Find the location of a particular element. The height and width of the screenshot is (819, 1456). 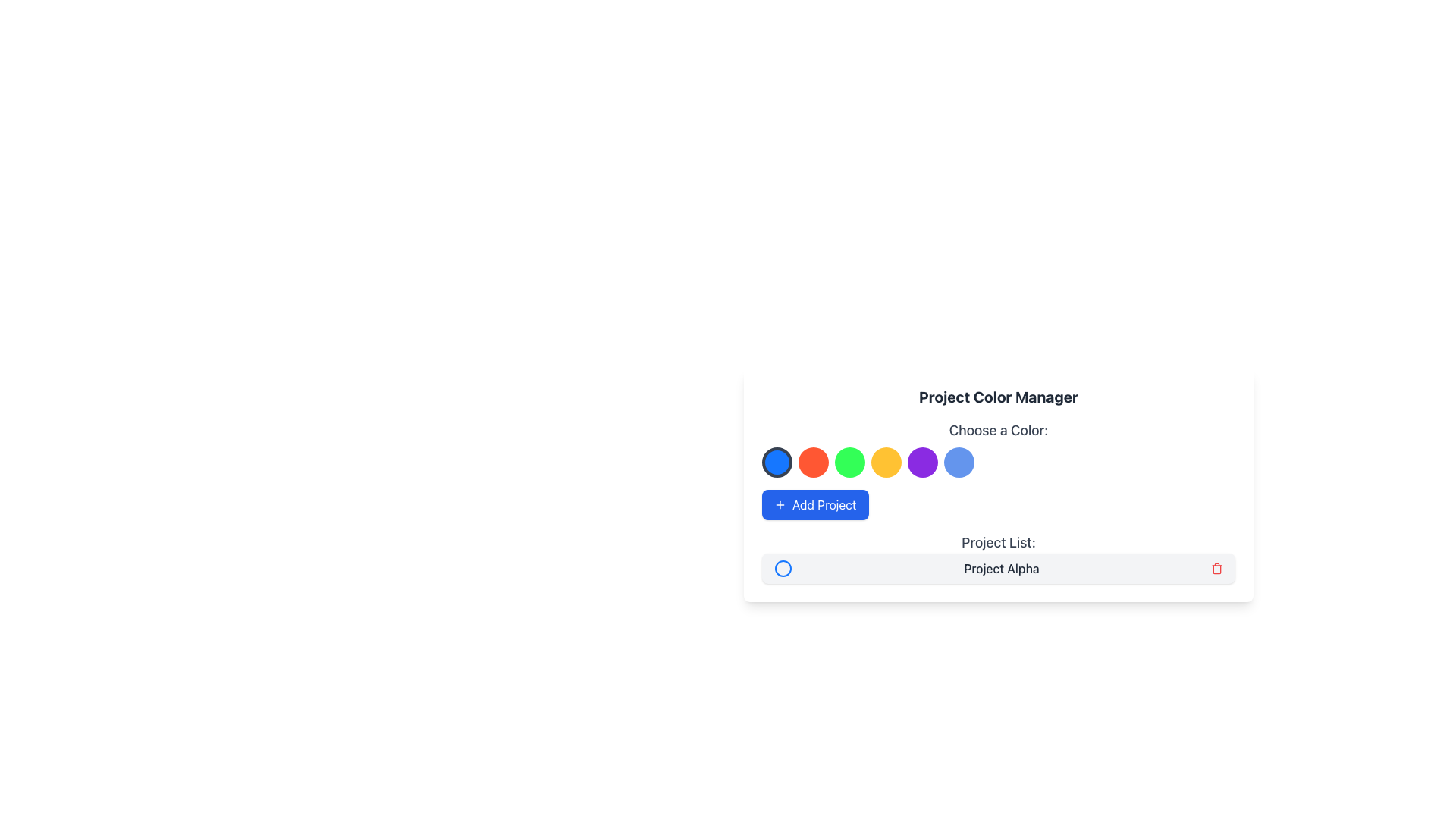

the SVG circle element that serves as a visual indicator, located before the text 'Project Alpha' in the 'Project List' section is located at coordinates (783, 568).